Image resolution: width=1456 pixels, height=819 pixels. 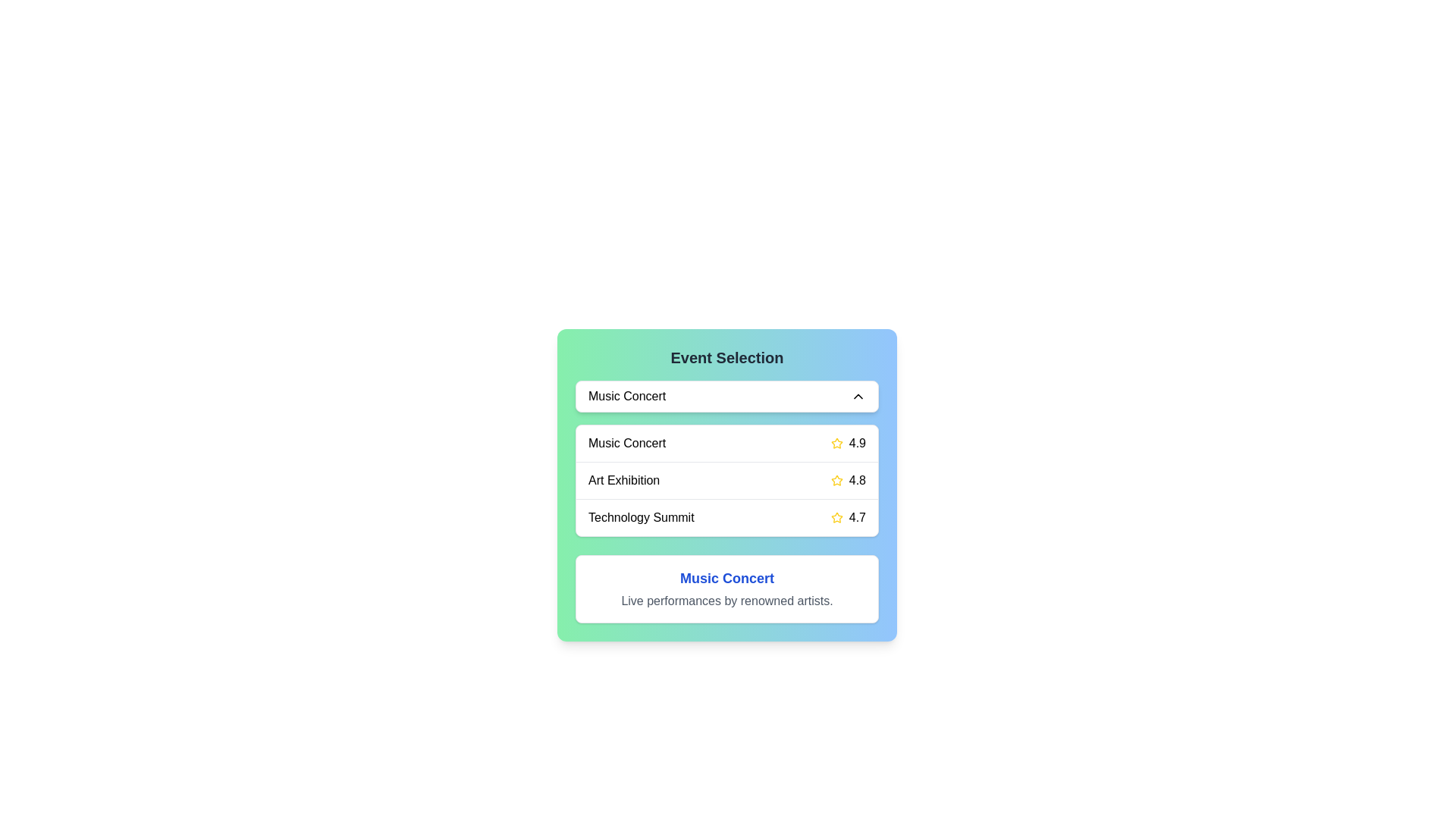 I want to click on static text displaying the rating '4.9' which is positioned to the right of a yellow star icon in the 'Event Selection' list for the 'Music Concert' option, so click(x=857, y=444).